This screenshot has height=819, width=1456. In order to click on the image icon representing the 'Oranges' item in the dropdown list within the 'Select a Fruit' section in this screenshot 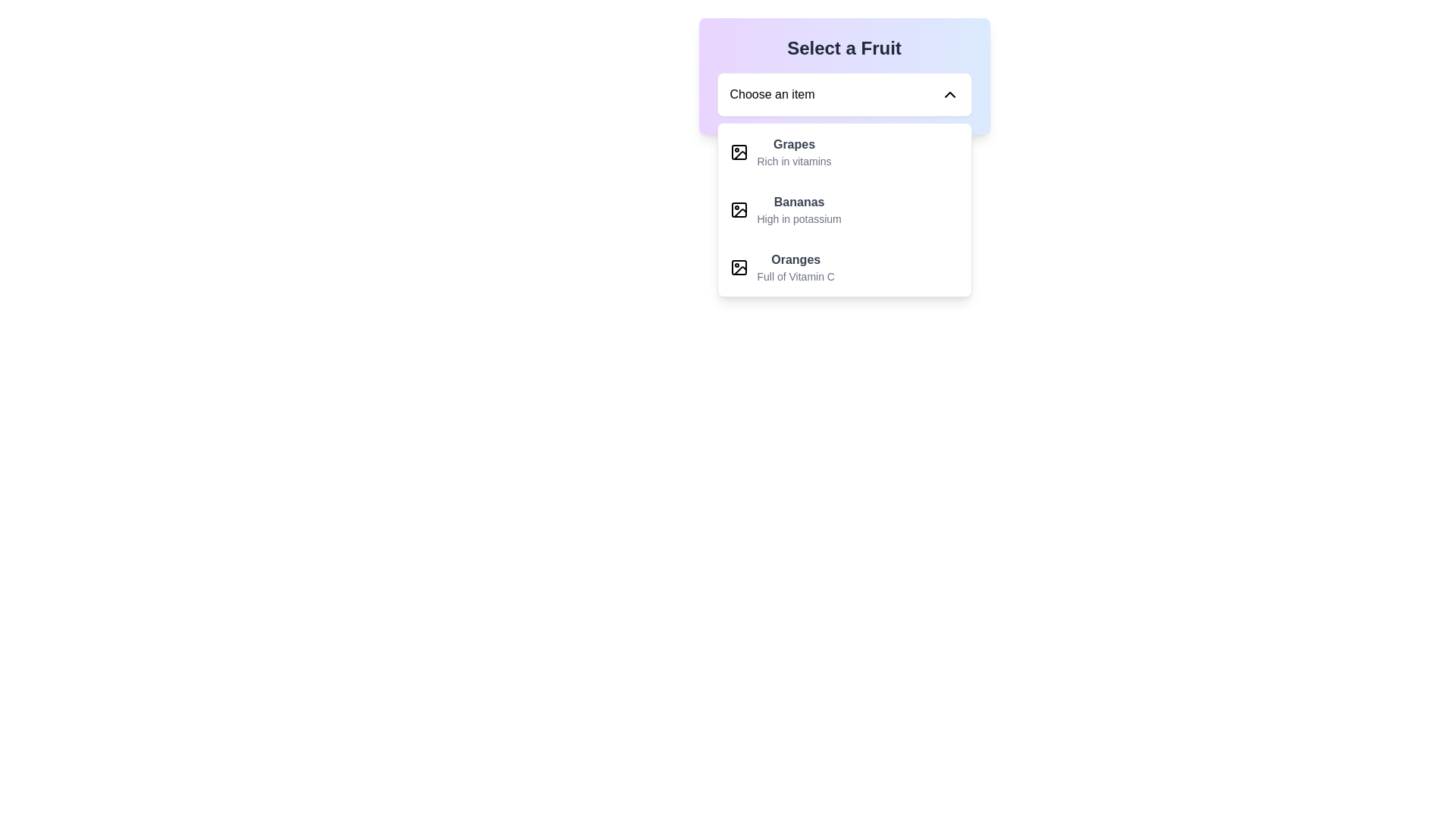, I will do `click(739, 270)`.